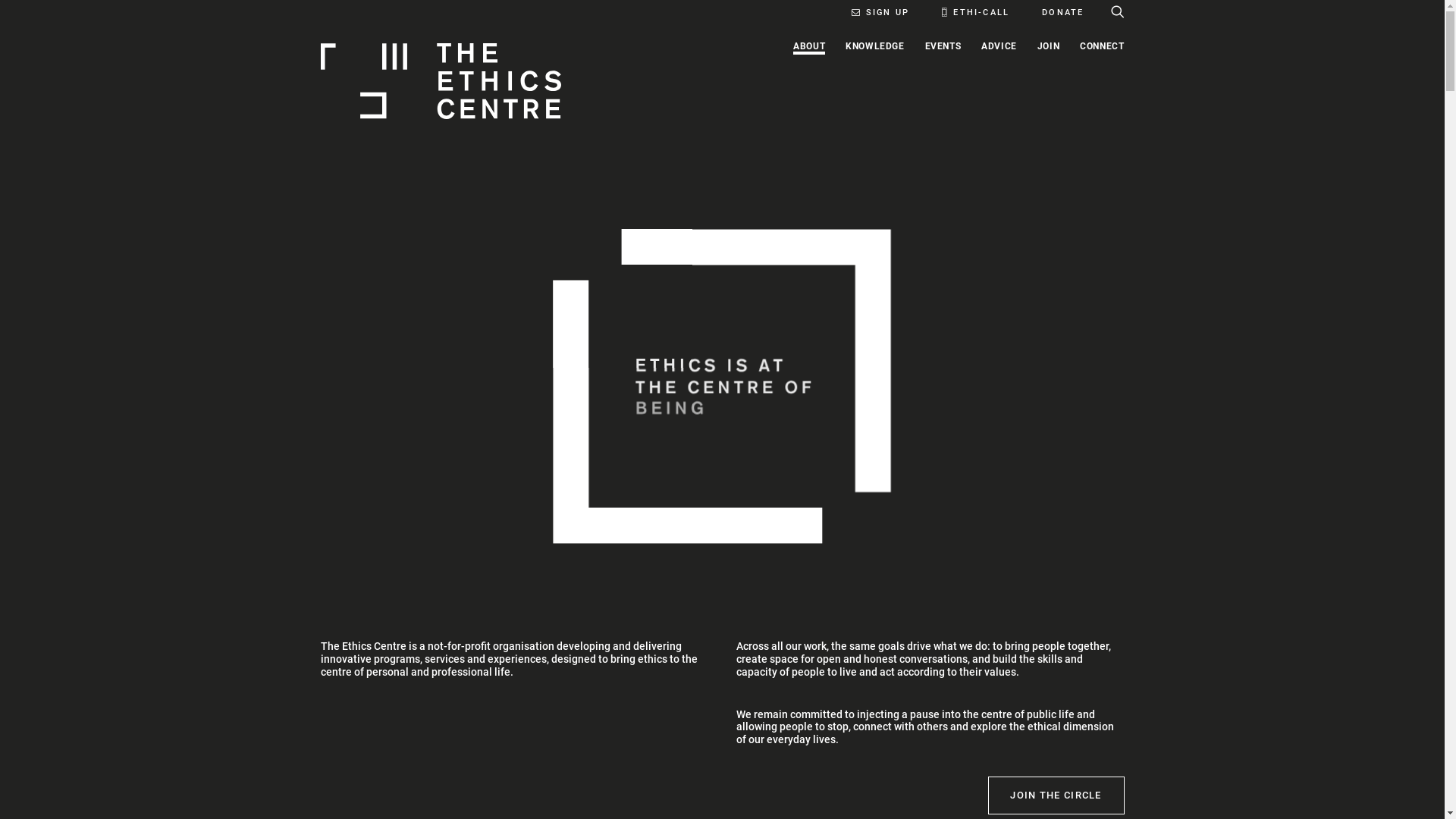 The image size is (1456, 819). I want to click on 'ABOUT', so click(808, 81).